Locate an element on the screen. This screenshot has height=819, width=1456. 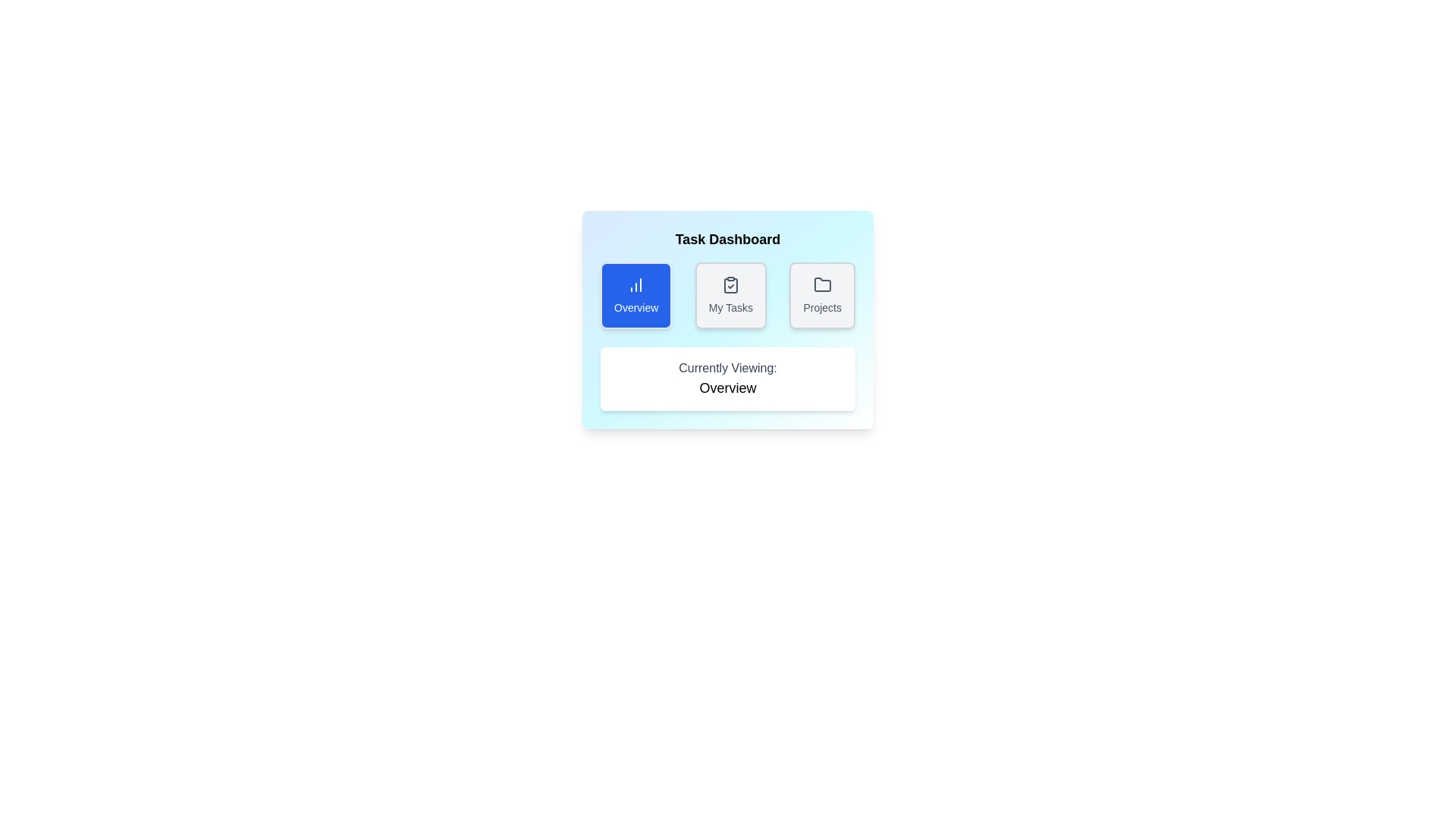
the Overview tab to view its content is located at coordinates (636, 295).